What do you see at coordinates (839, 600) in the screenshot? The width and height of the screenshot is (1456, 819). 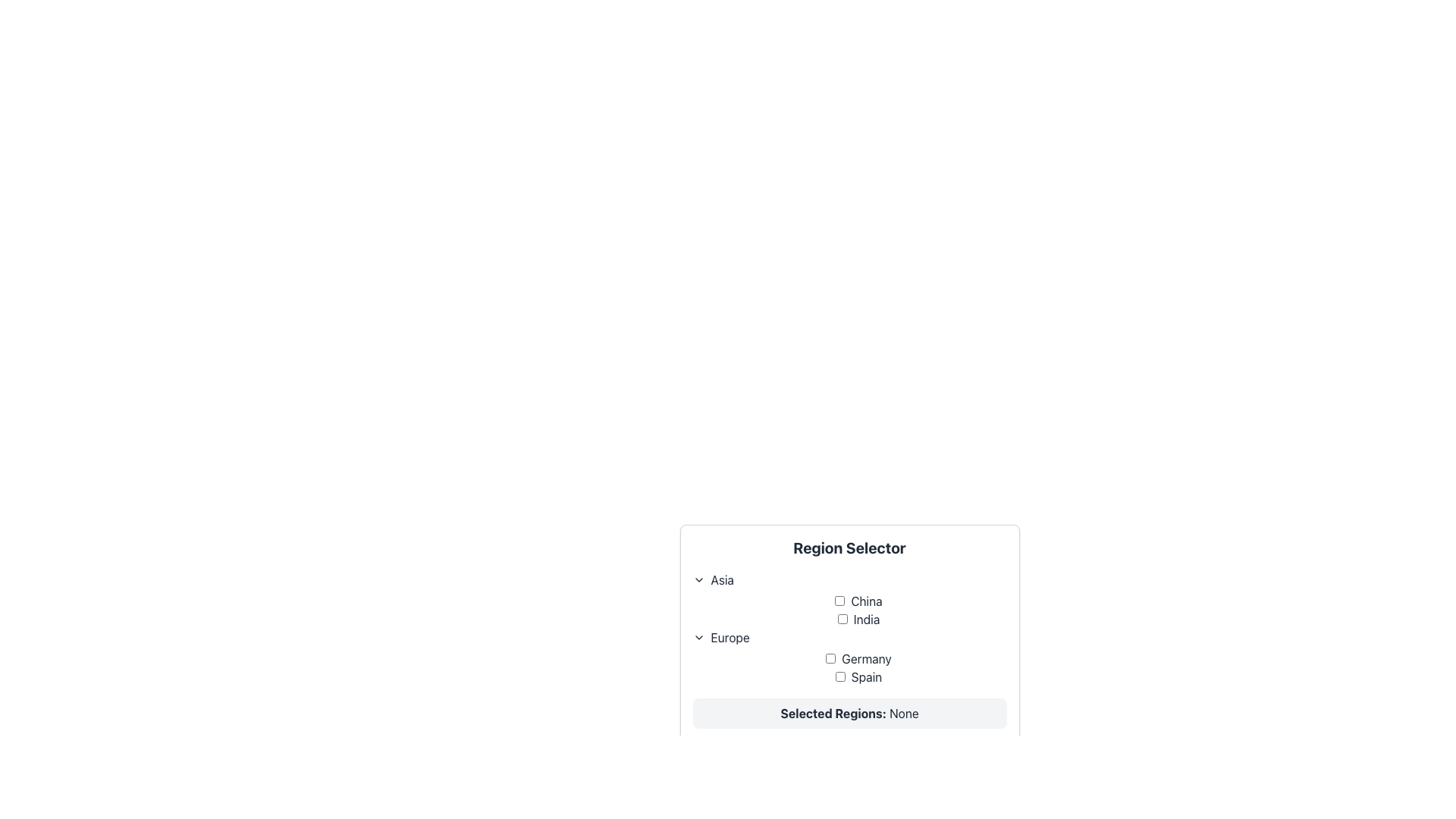 I see `the checkbox` at bounding box center [839, 600].